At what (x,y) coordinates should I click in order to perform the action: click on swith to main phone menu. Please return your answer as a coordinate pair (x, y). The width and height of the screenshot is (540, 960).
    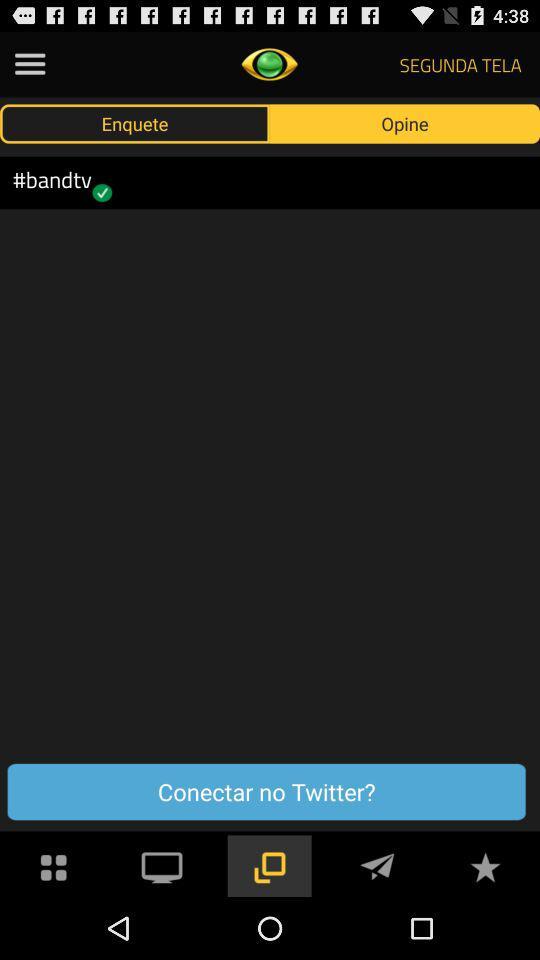
    Looking at the image, I should click on (54, 864).